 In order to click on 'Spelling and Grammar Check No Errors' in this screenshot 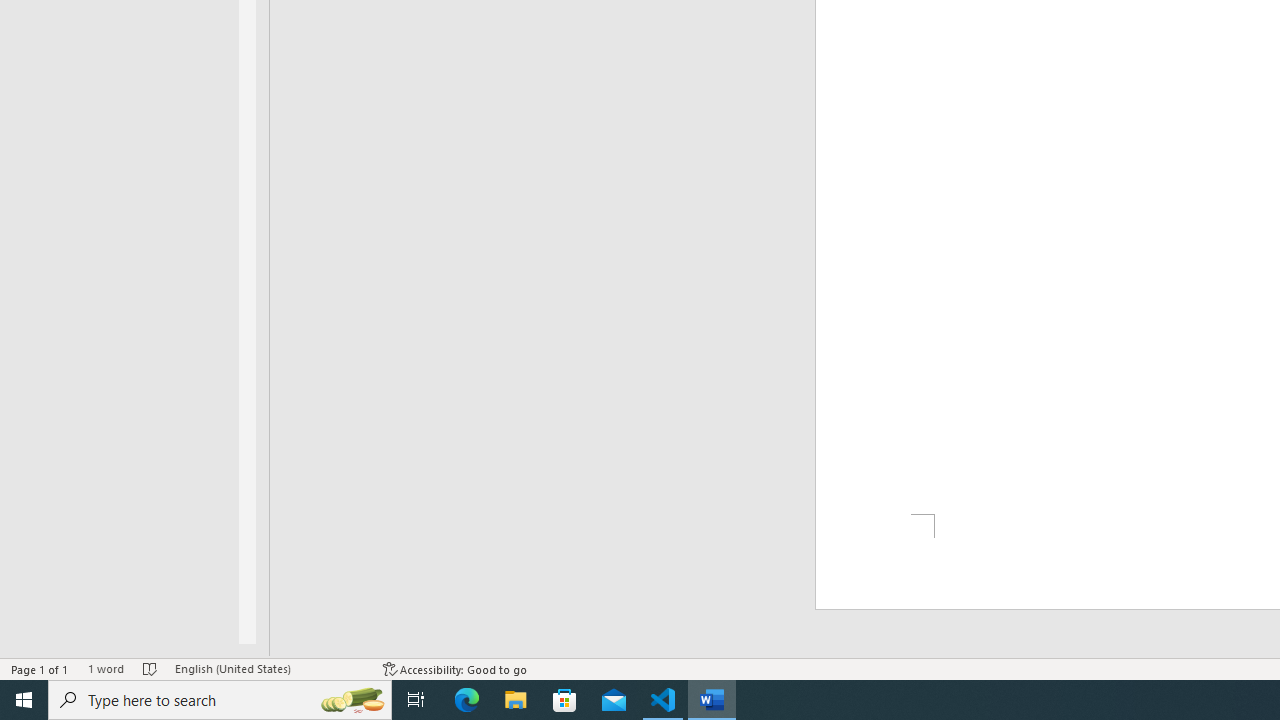, I will do `click(149, 669)`.